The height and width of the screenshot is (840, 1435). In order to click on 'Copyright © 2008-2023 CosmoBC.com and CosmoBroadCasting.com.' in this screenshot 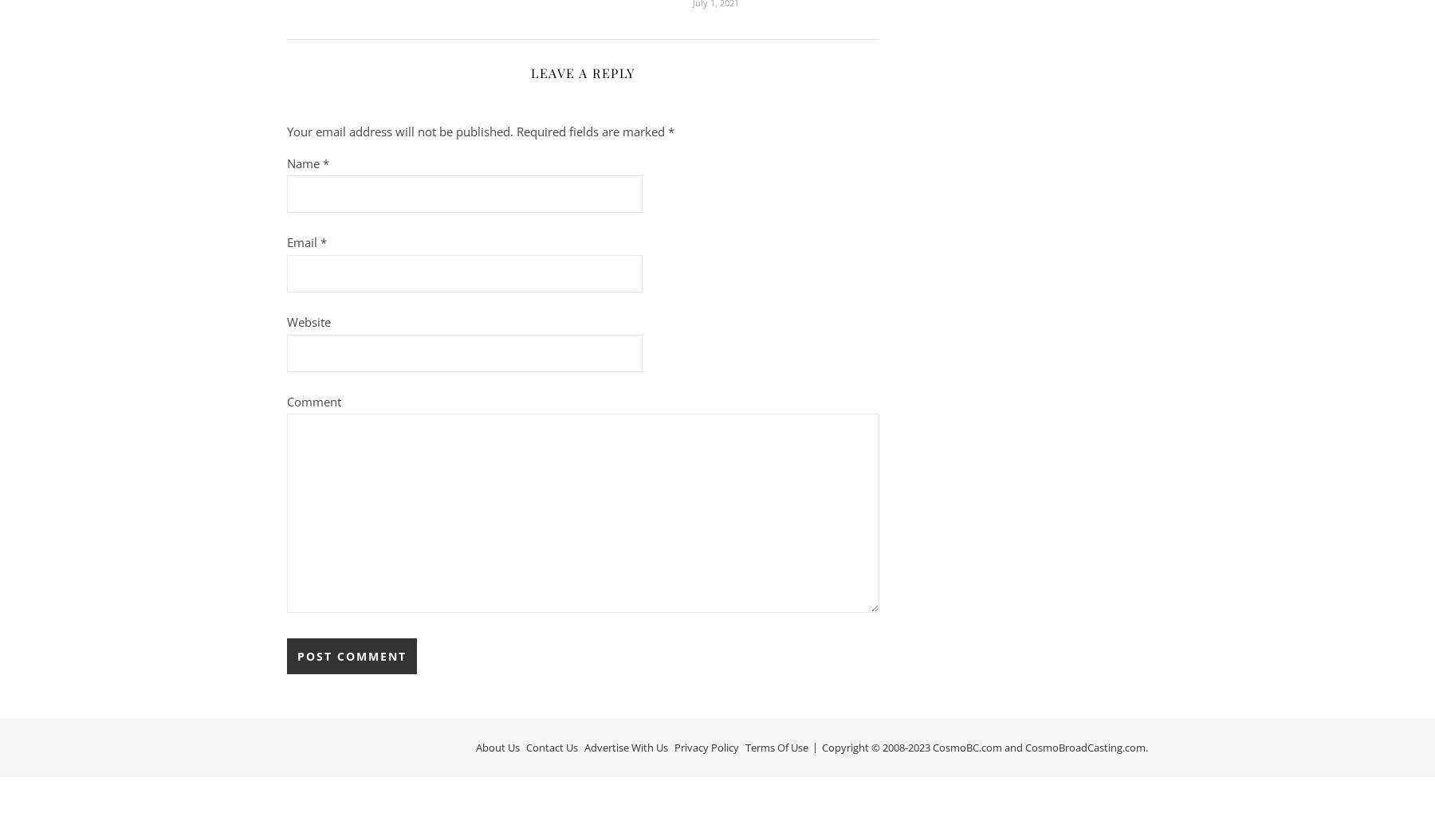, I will do `click(822, 746)`.